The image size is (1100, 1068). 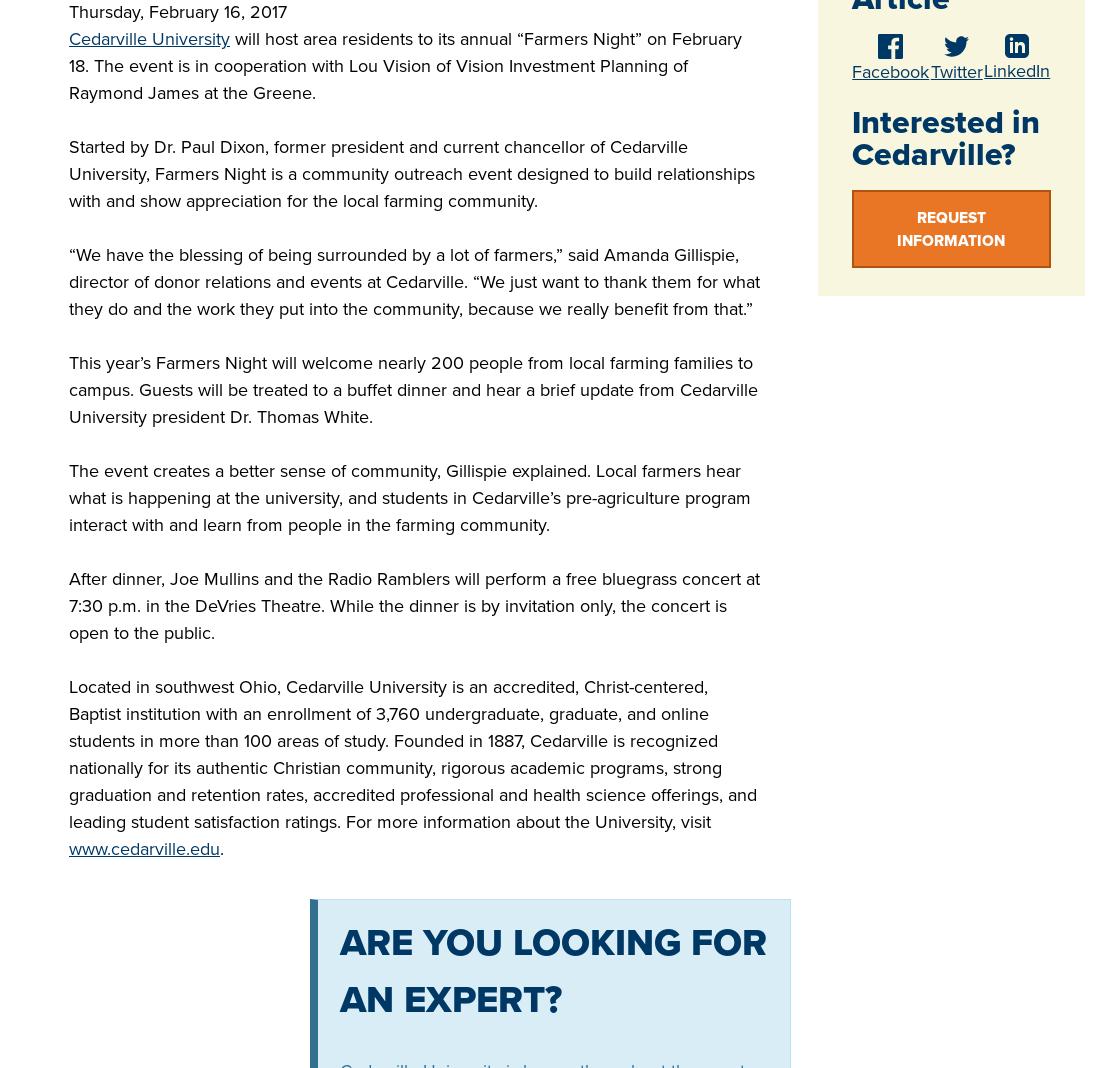 What do you see at coordinates (67, 498) in the screenshot?
I see `'The event creates a better sense of community, Gillispie explained. Local farmers hear what is happening at the university, and students in Cedarville’s pre-agriculture program interact with and learn from people in the farming community.'` at bounding box center [67, 498].